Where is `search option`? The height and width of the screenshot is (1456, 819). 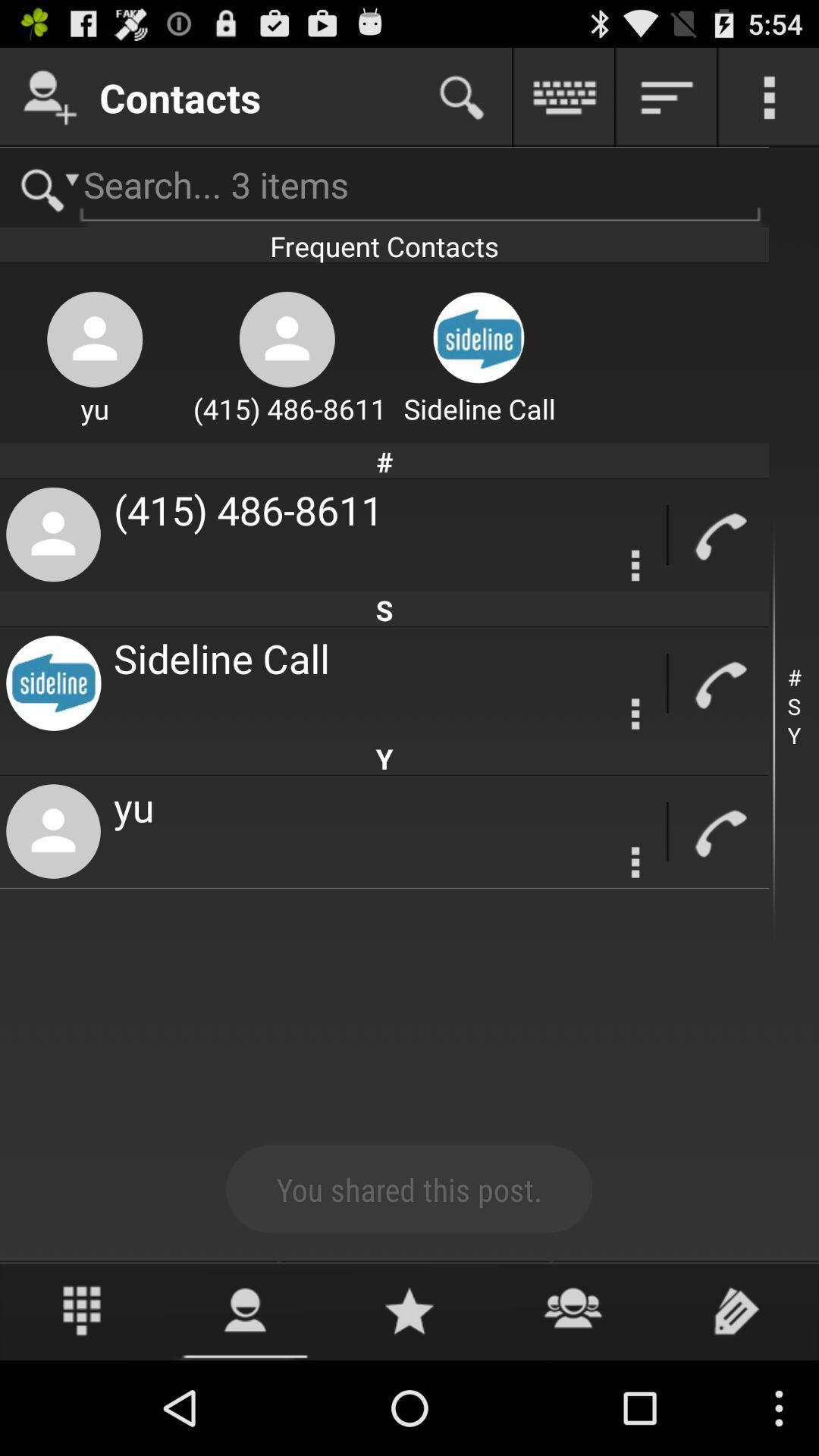 search option is located at coordinates (42, 187).